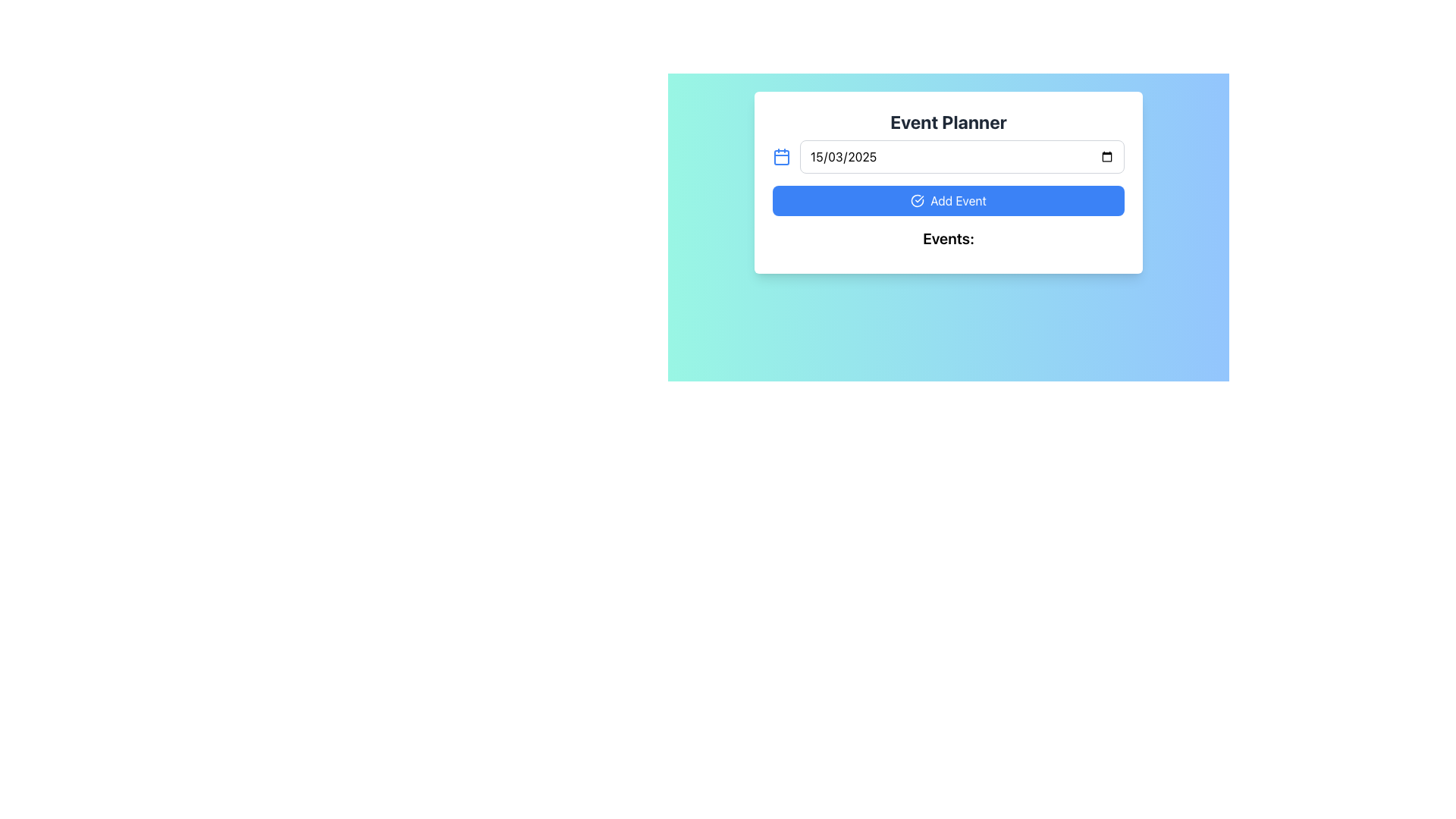 The image size is (1456, 819). What do you see at coordinates (782, 157) in the screenshot?
I see `the icon located in the header of the event planner interface, which is to the left of the date input field` at bounding box center [782, 157].